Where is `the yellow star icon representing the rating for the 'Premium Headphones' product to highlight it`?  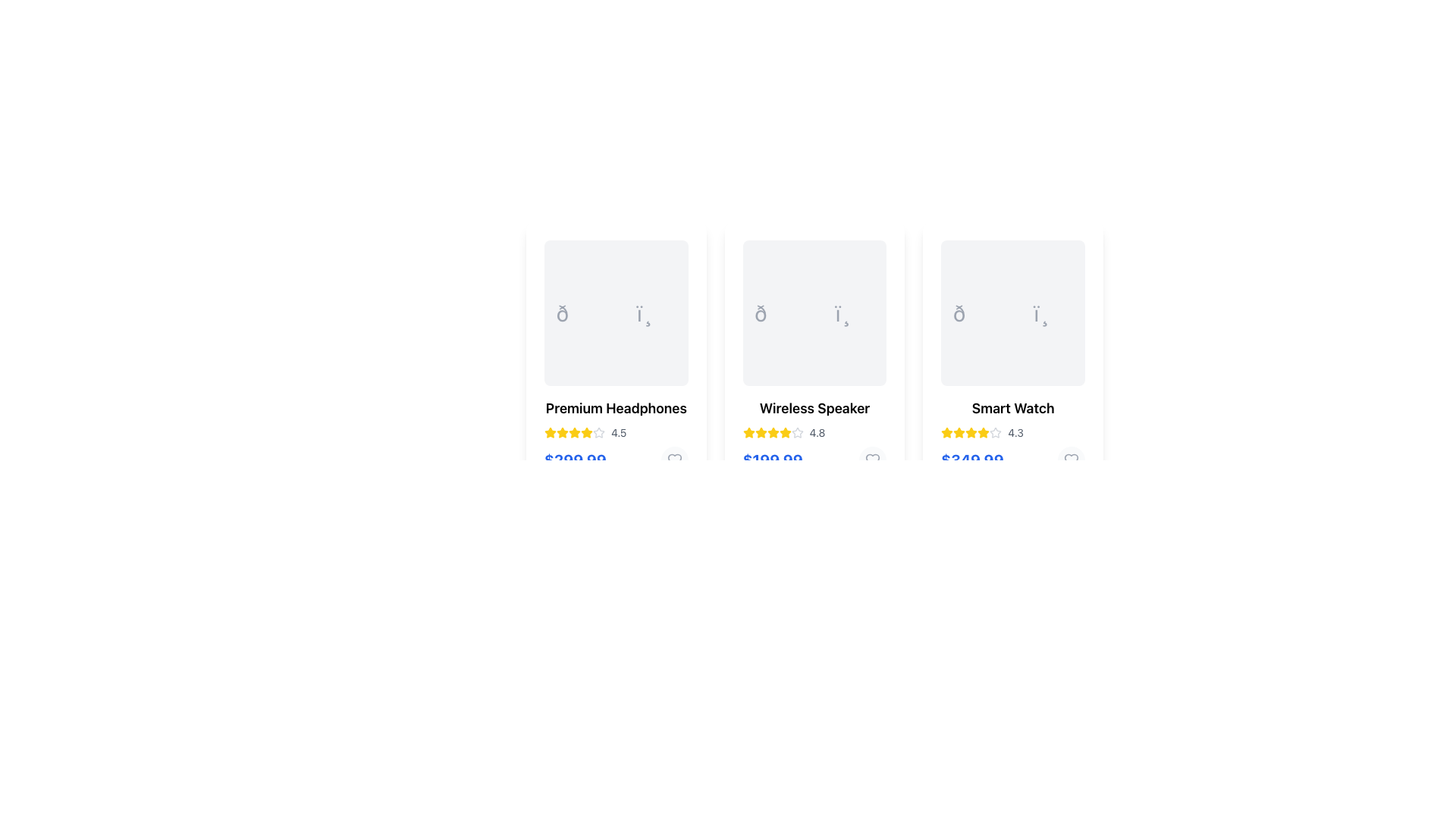
the yellow star icon representing the rating for the 'Premium Headphones' product to highlight it is located at coordinates (562, 432).